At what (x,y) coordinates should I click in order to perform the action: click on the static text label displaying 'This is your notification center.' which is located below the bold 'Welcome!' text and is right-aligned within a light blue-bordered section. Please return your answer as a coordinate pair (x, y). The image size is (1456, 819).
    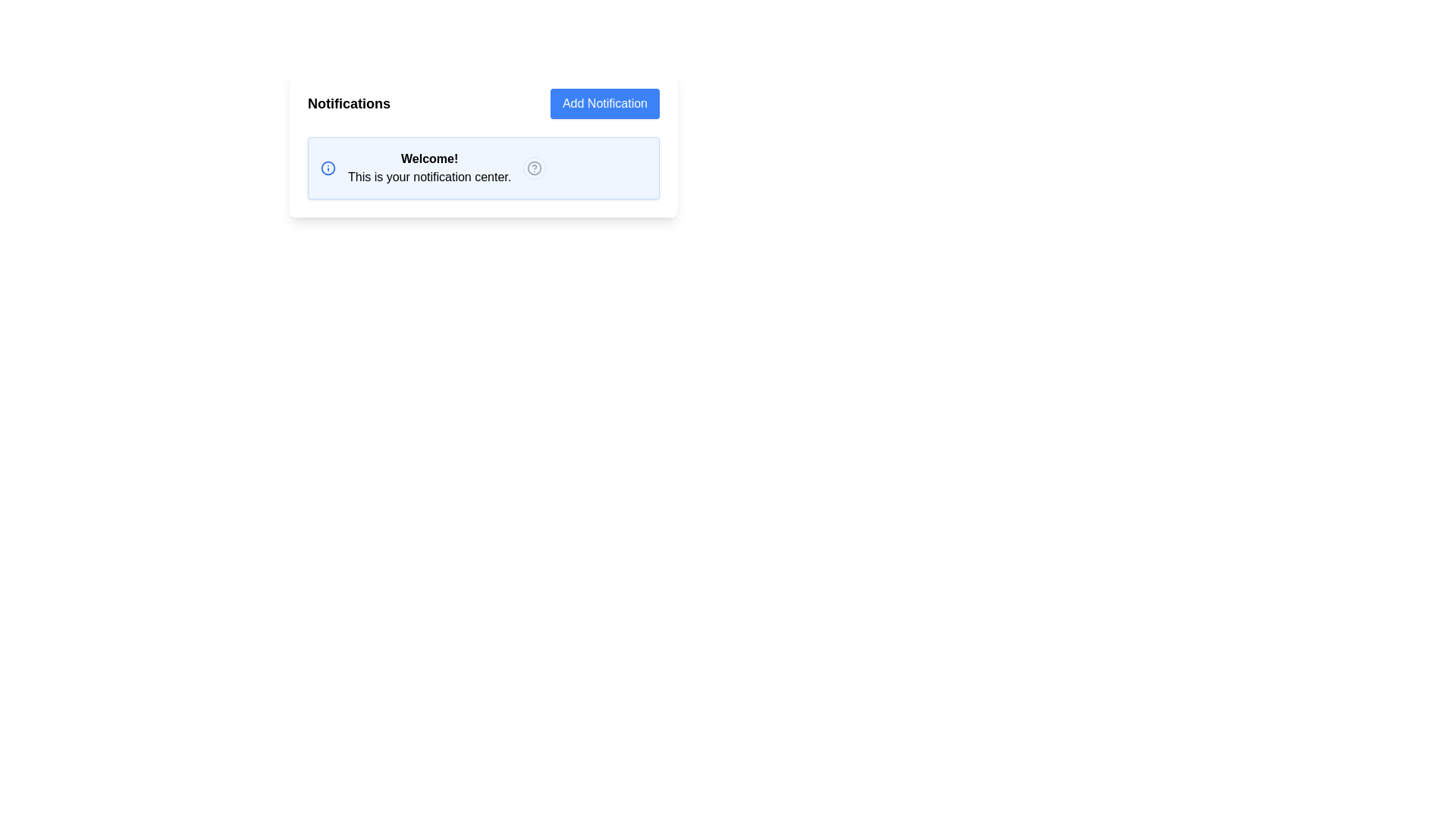
    Looking at the image, I should click on (428, 177).